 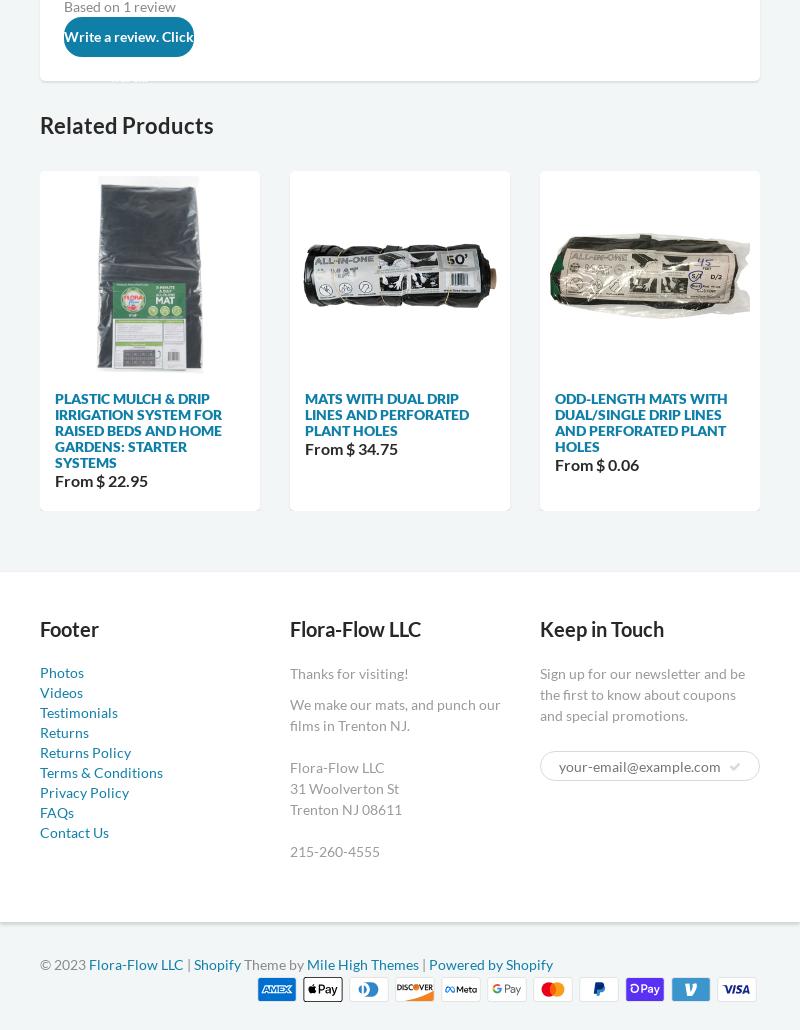 I want to click on 'We make our mats, and punch our films in Trenton NJ.', so click(x=394, y=715).